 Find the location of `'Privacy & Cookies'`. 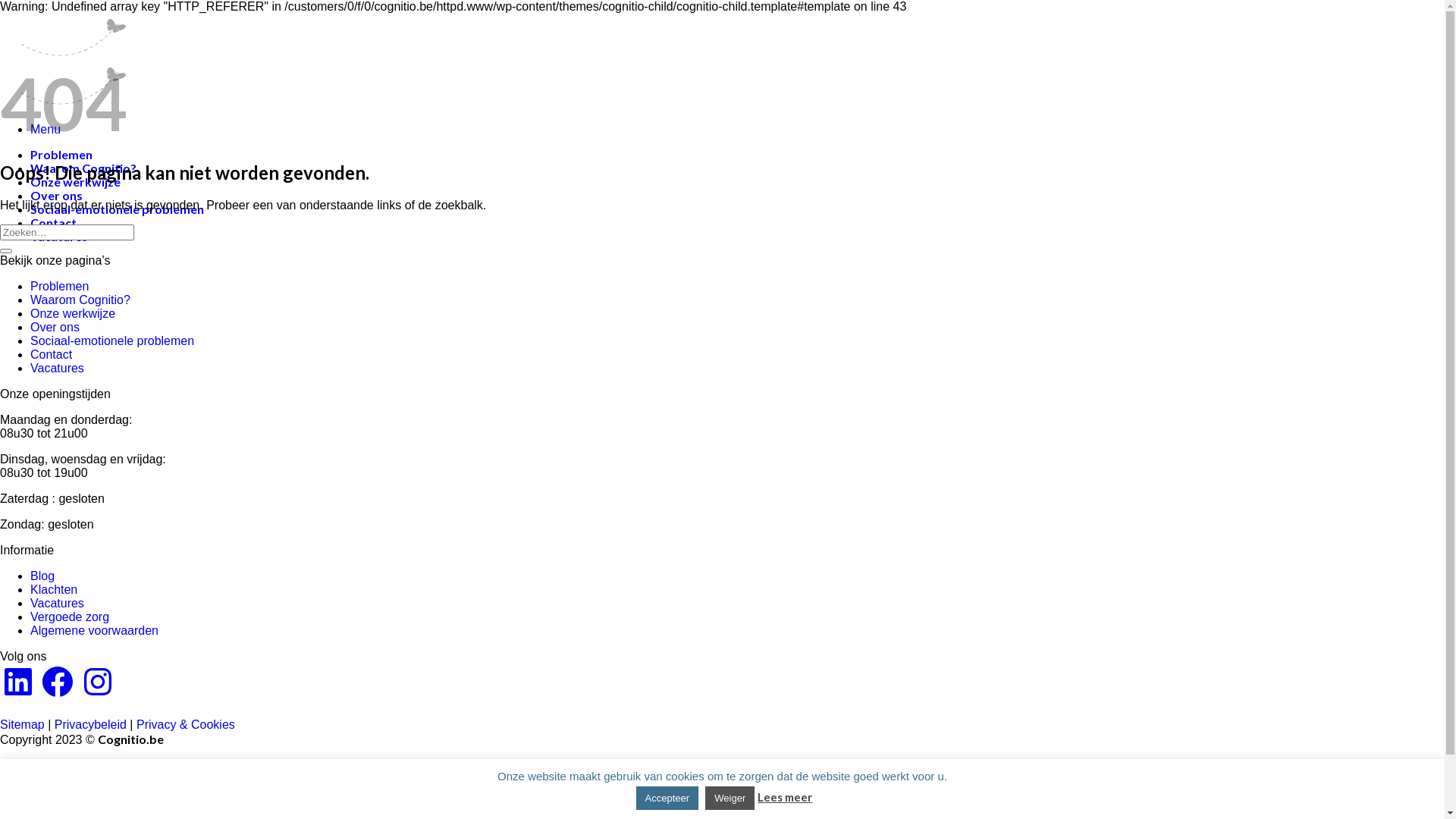

'Privacy & Cookies' is located at coordinates (184, 723).